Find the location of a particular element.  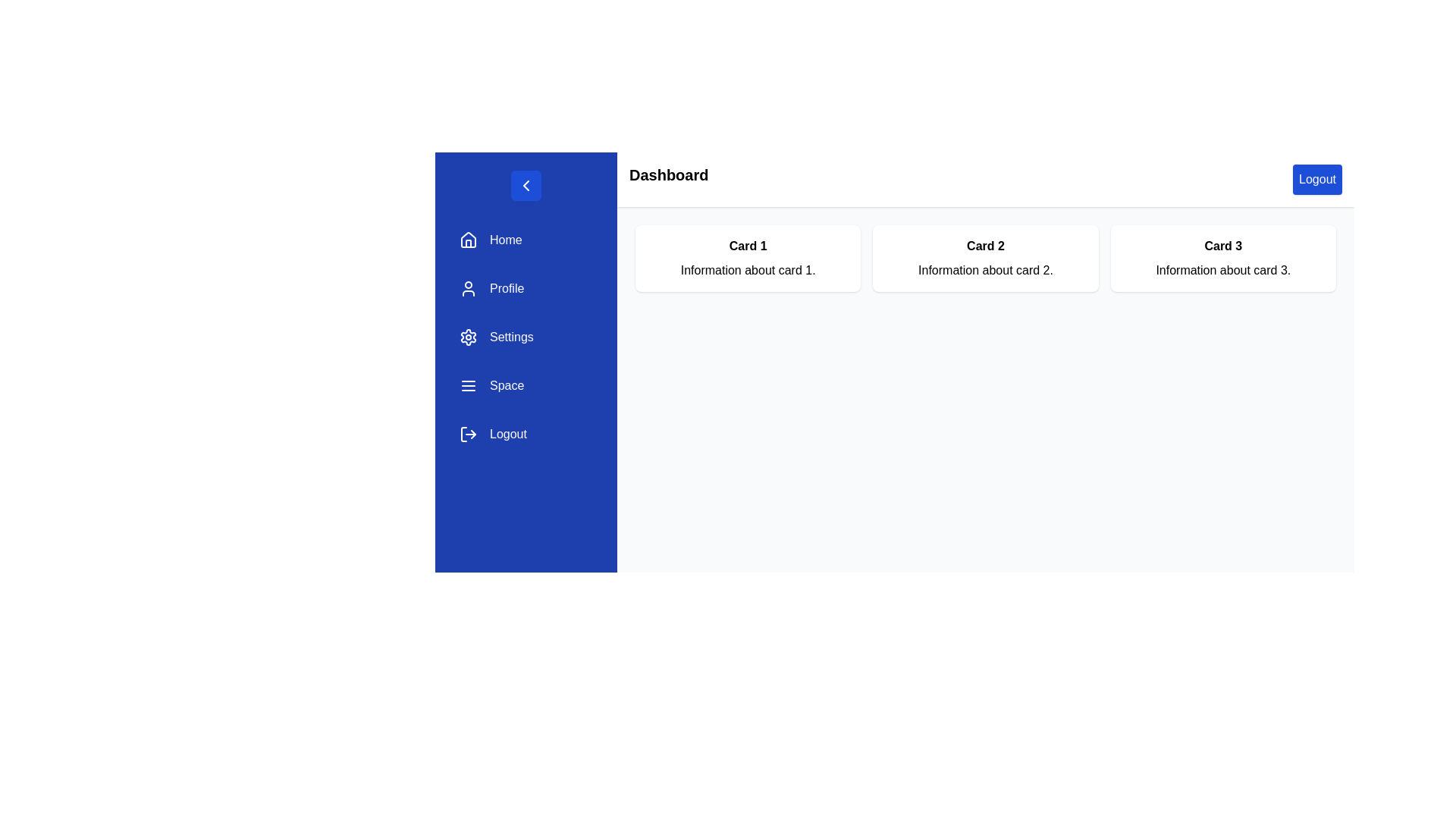

the blue circular button containing the rightward-pointing arrow icon at the top-left corner of the menu bar is located at coordinates (526, 185).